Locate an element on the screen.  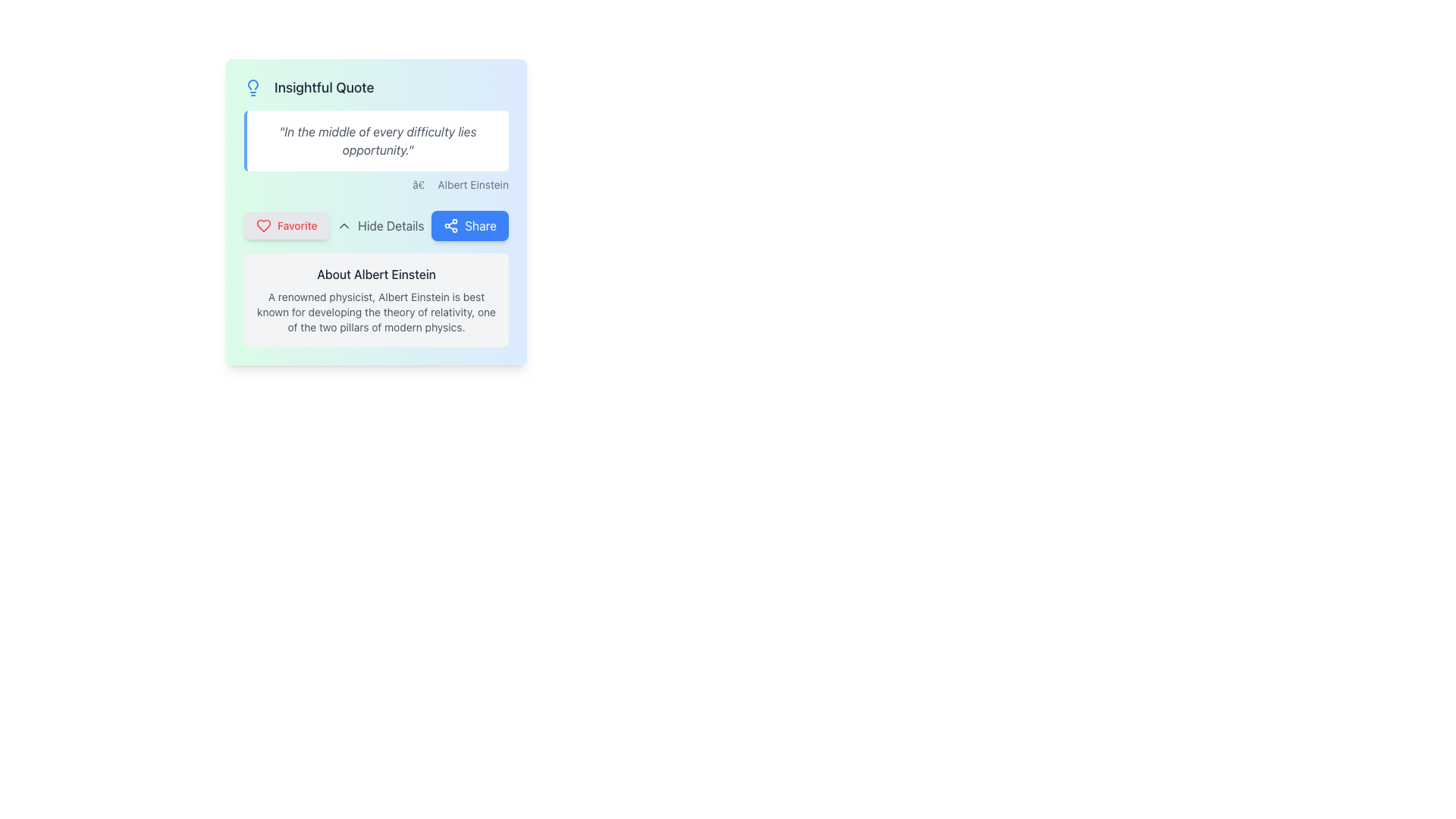
the 'Favorite' icon, which is represented by a button labeled 'Favorite' located on the left among three options below the quote text field is located at coordinates (263, 225).